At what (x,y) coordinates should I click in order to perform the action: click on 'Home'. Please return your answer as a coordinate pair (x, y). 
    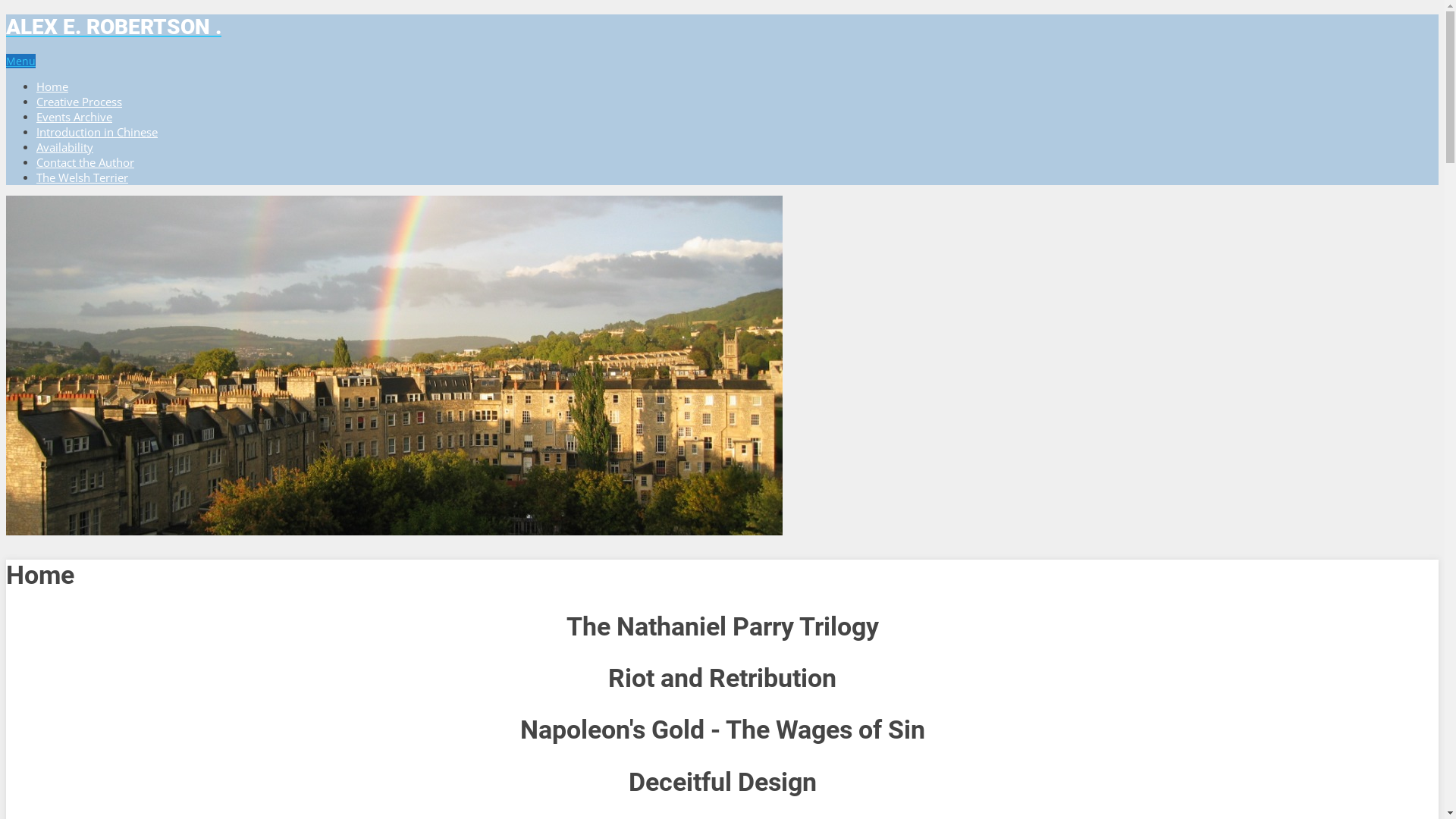
    Looking at the image, I should click on (52, 86).